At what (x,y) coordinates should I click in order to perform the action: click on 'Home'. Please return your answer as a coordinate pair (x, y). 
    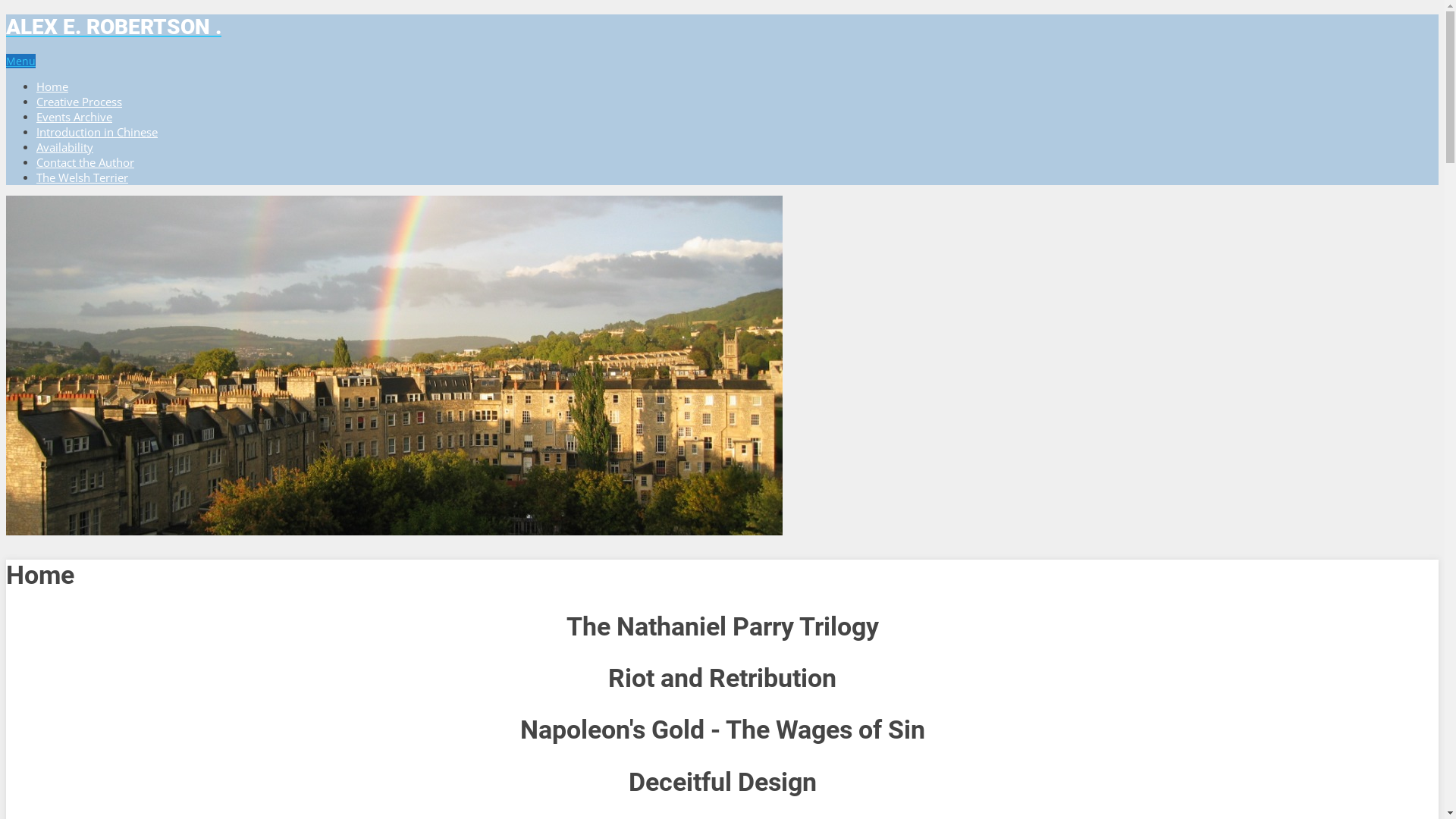
    Looking at the image, I should click on (52, 86).